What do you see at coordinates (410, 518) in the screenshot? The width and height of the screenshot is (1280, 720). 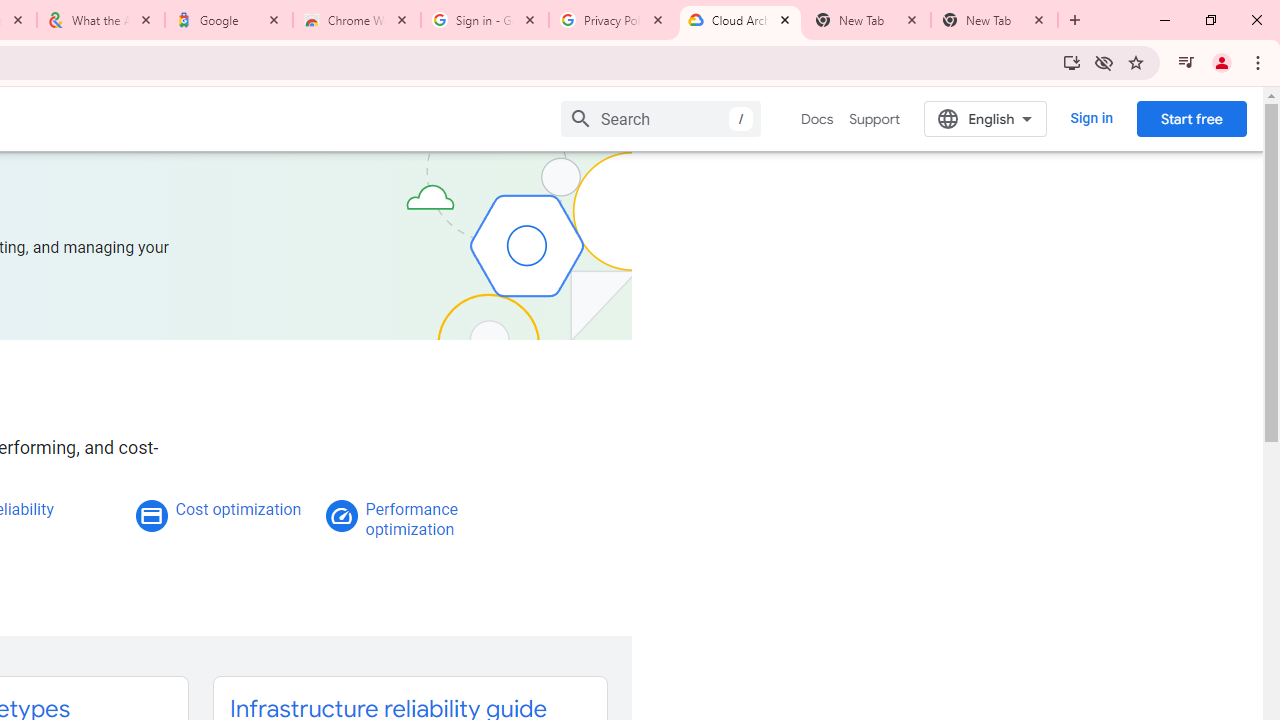 I see `'Performance optimization'` at bounding box center [410, 518].